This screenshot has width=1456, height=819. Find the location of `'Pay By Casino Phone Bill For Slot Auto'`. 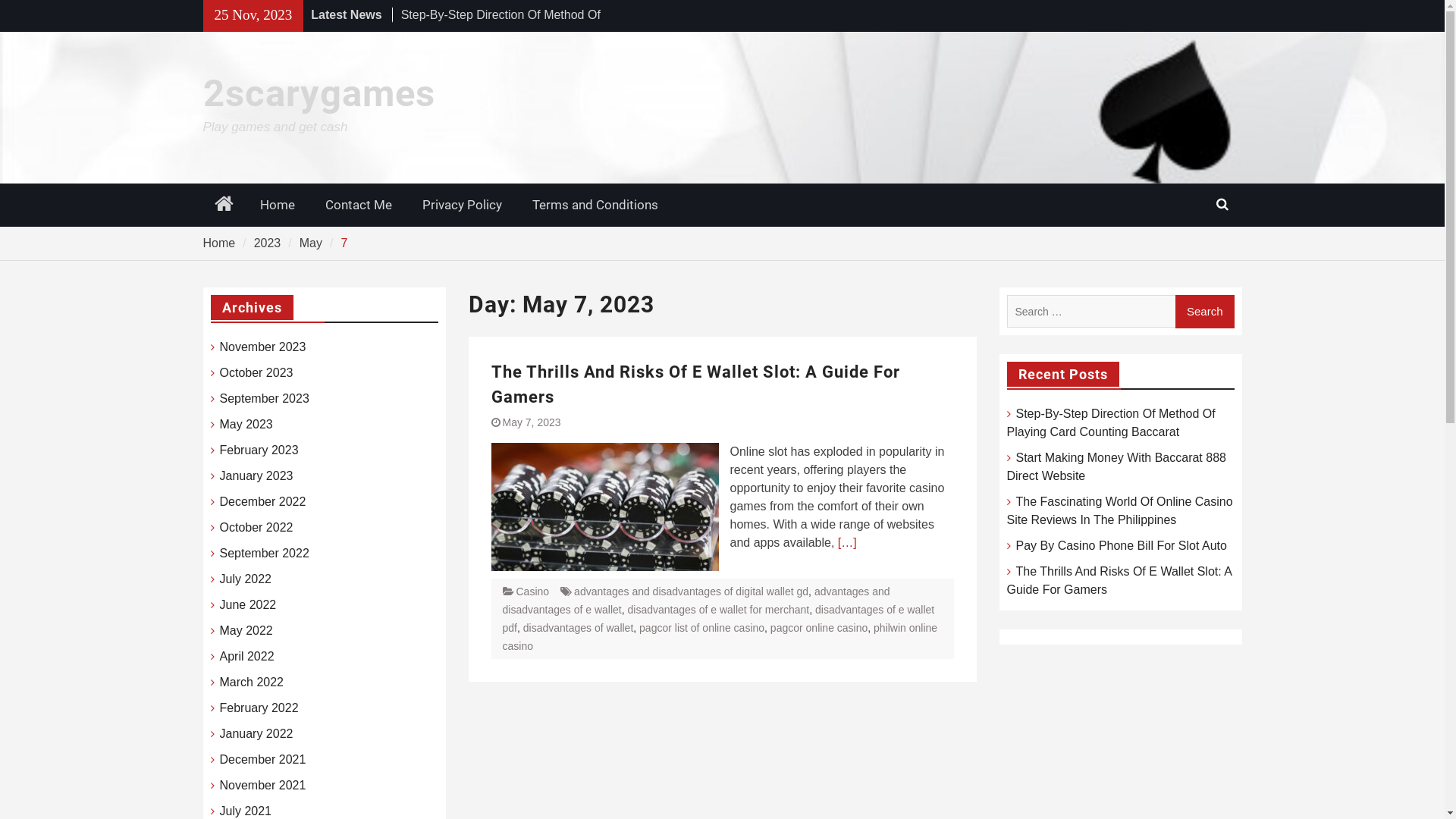

'Pay By Casino Phone Bill For Slot Auto' is located at coordinates (1121, 544).